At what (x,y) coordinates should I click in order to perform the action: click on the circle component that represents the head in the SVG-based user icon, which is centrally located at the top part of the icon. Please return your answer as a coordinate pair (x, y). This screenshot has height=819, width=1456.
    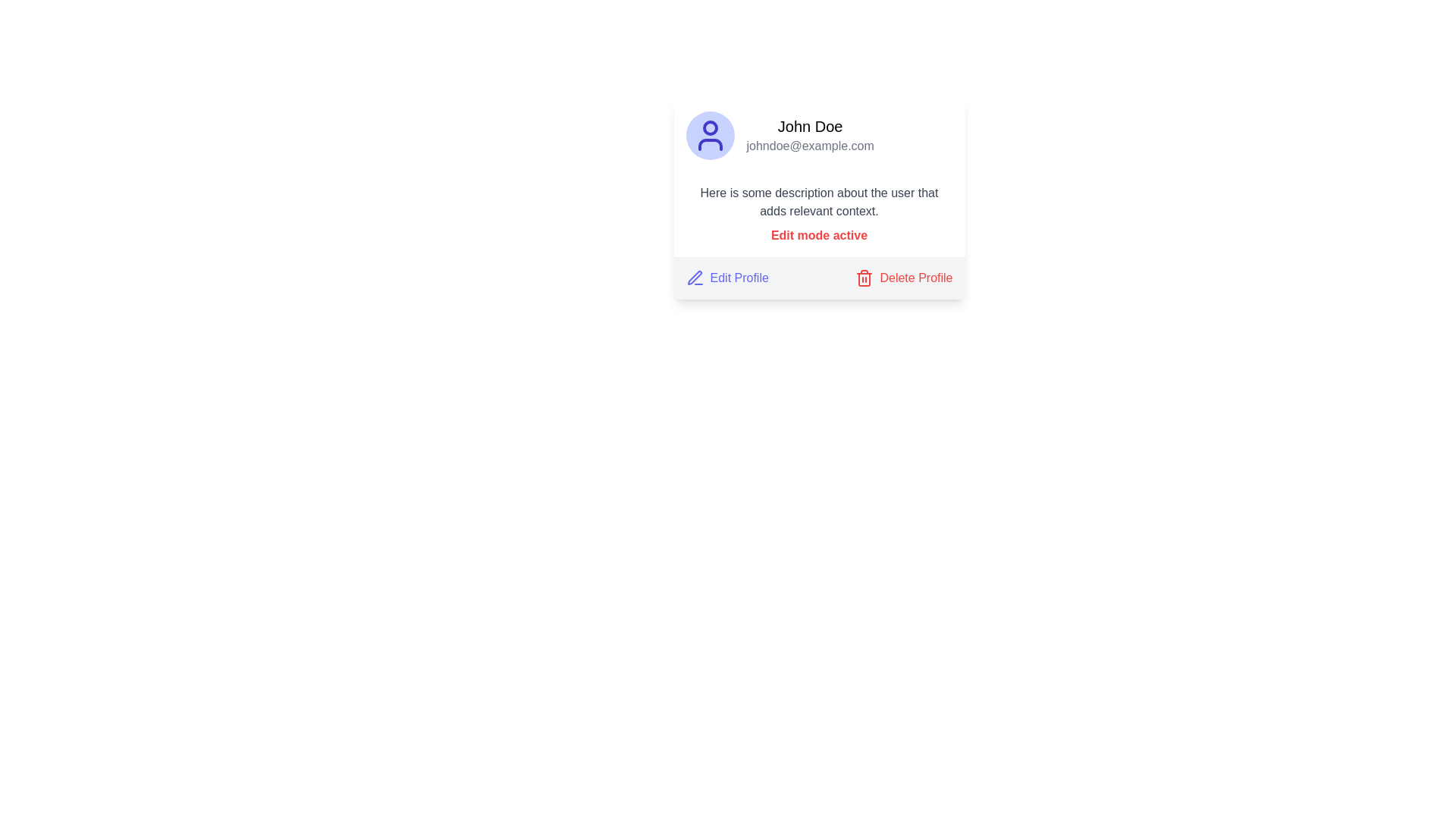
    Looking at the image, I should click on (709, 127).